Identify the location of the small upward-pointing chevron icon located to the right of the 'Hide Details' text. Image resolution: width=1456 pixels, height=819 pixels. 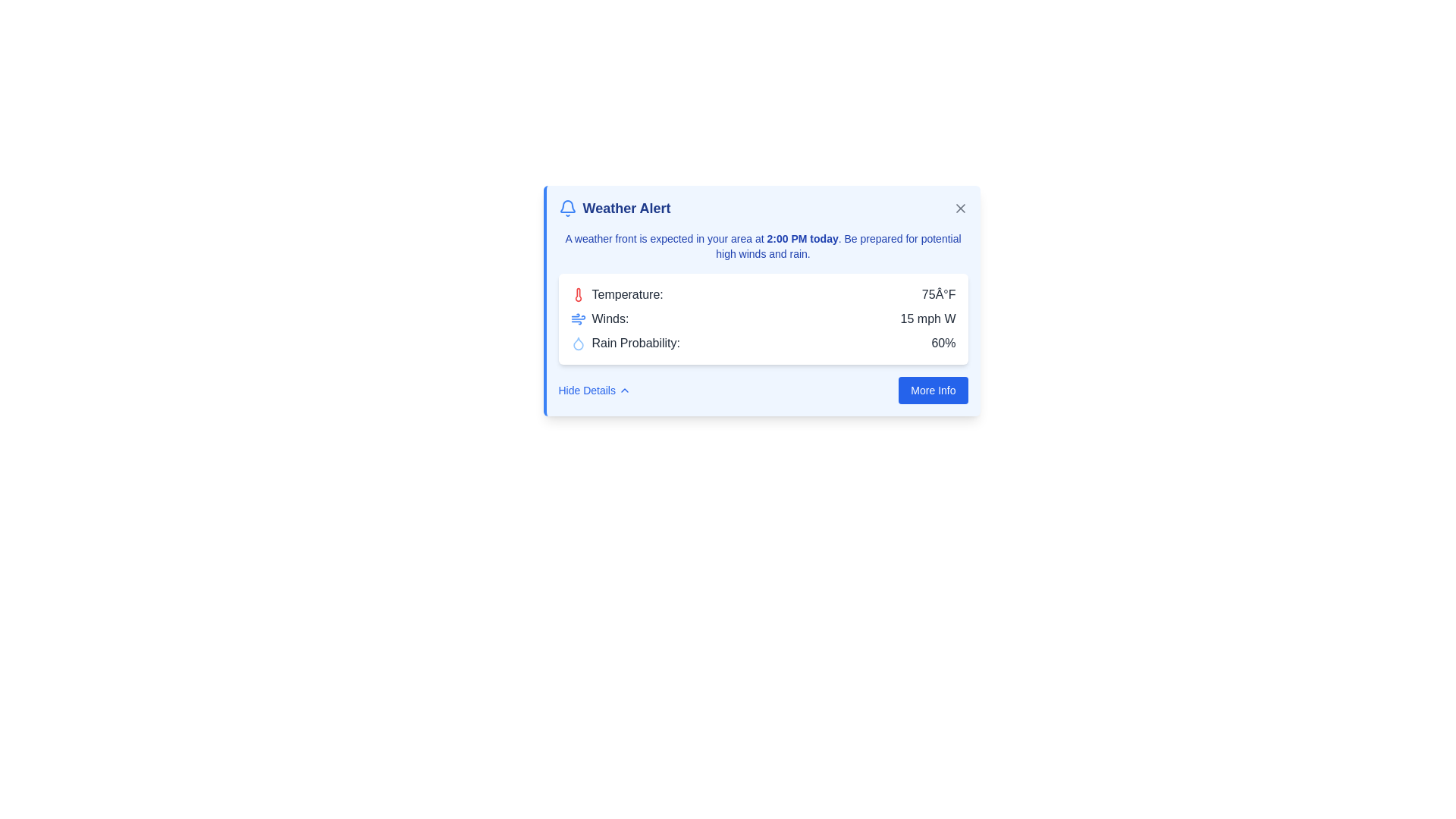
(625, 390).